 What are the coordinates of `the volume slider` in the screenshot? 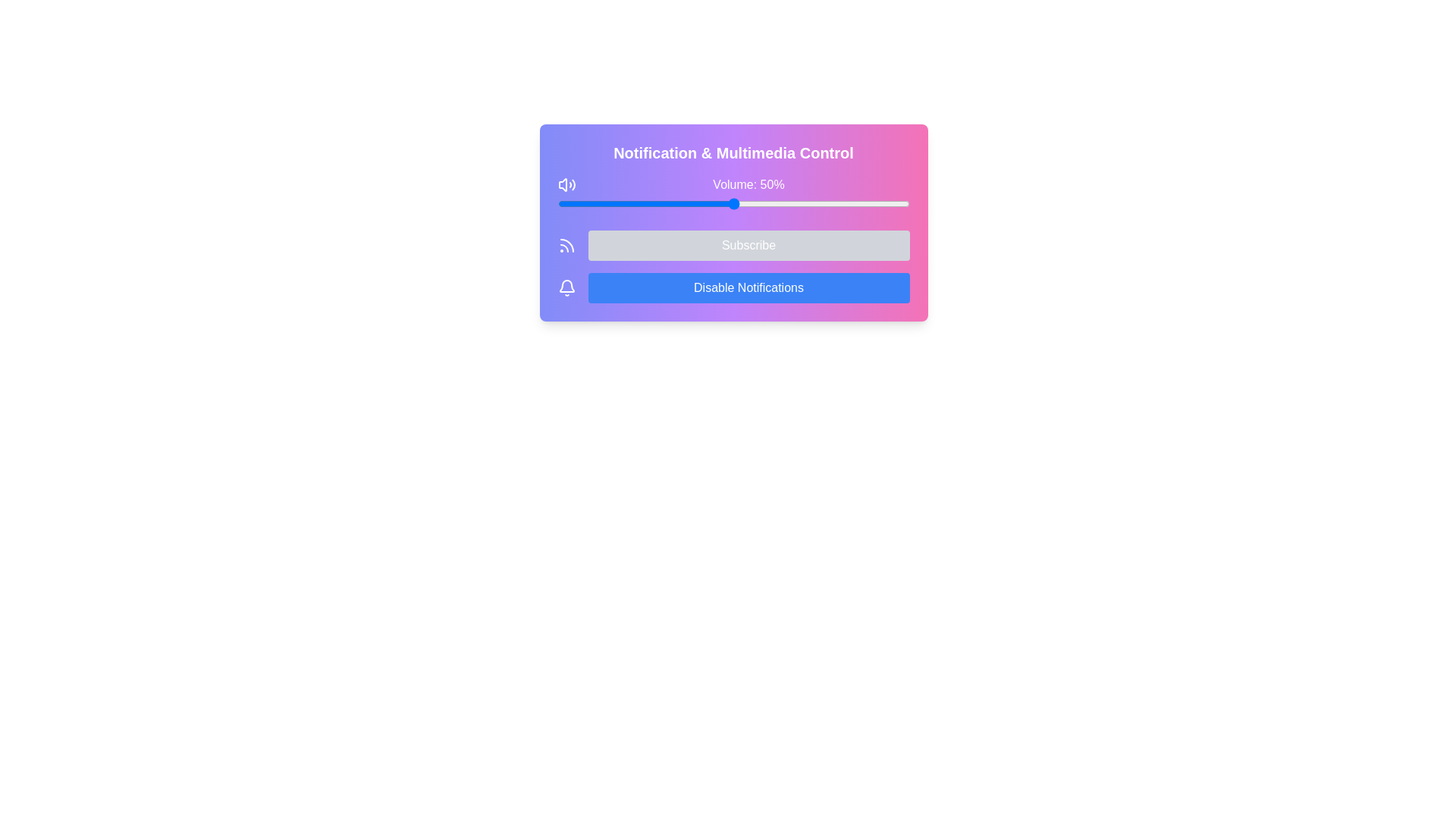 It's located at (649, 203).